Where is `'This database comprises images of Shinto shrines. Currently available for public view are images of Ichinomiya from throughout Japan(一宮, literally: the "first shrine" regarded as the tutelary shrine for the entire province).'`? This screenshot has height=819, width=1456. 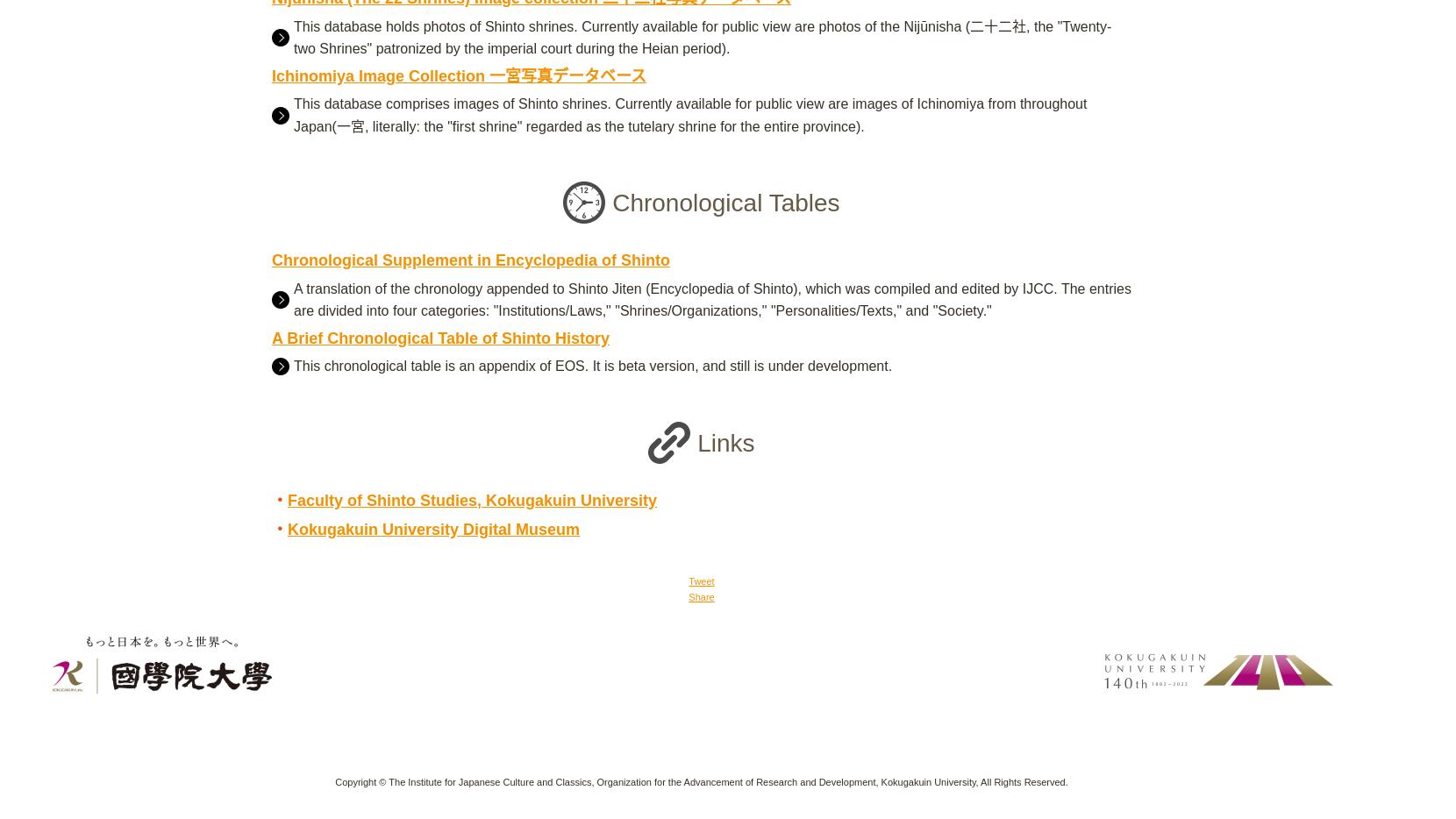 'This database comprises images of Shinto shrines. Currently available for public view are images of Ichinomiya from throughout Japan(一宮, literally: the "first shrine" regarded as the tutelary shrine for the entire province).' is located at coordinates (293, 114).